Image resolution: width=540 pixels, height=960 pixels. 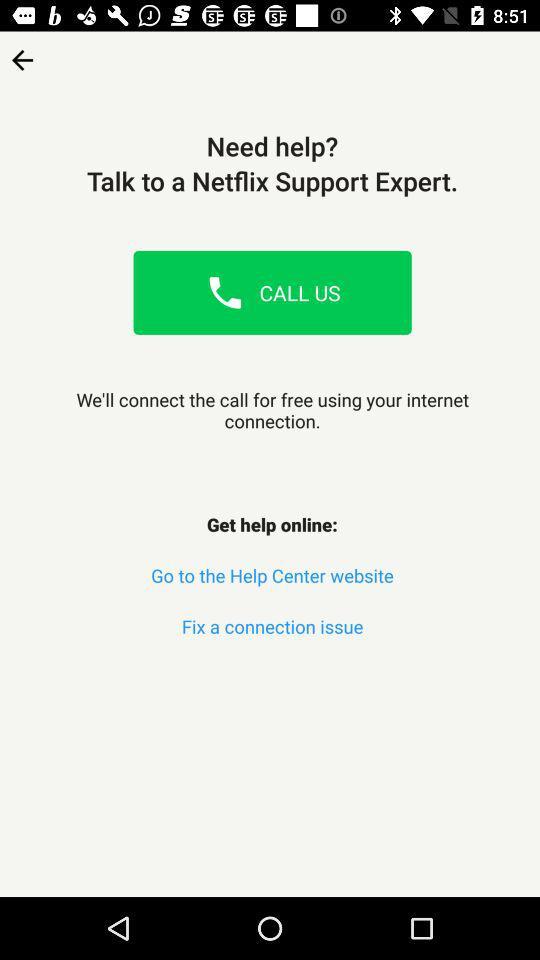 What do you see at coordinates (21, 52) in the screenshot?
I see `item at the top left corner` at bounding box center [21, 52].